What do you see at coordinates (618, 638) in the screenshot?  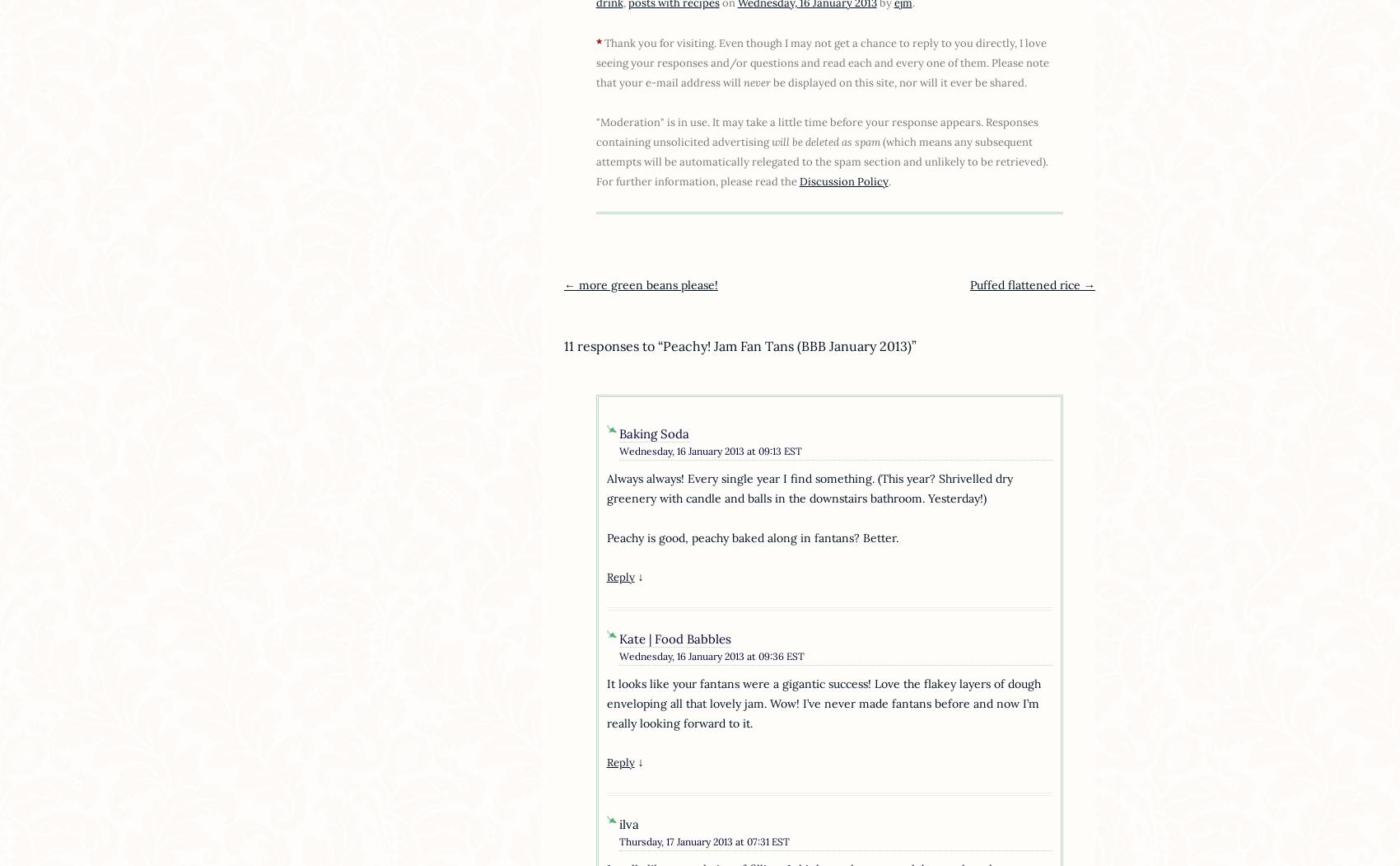 I see `'Kate | Food Babbles'` at bounding box center [618, 638].